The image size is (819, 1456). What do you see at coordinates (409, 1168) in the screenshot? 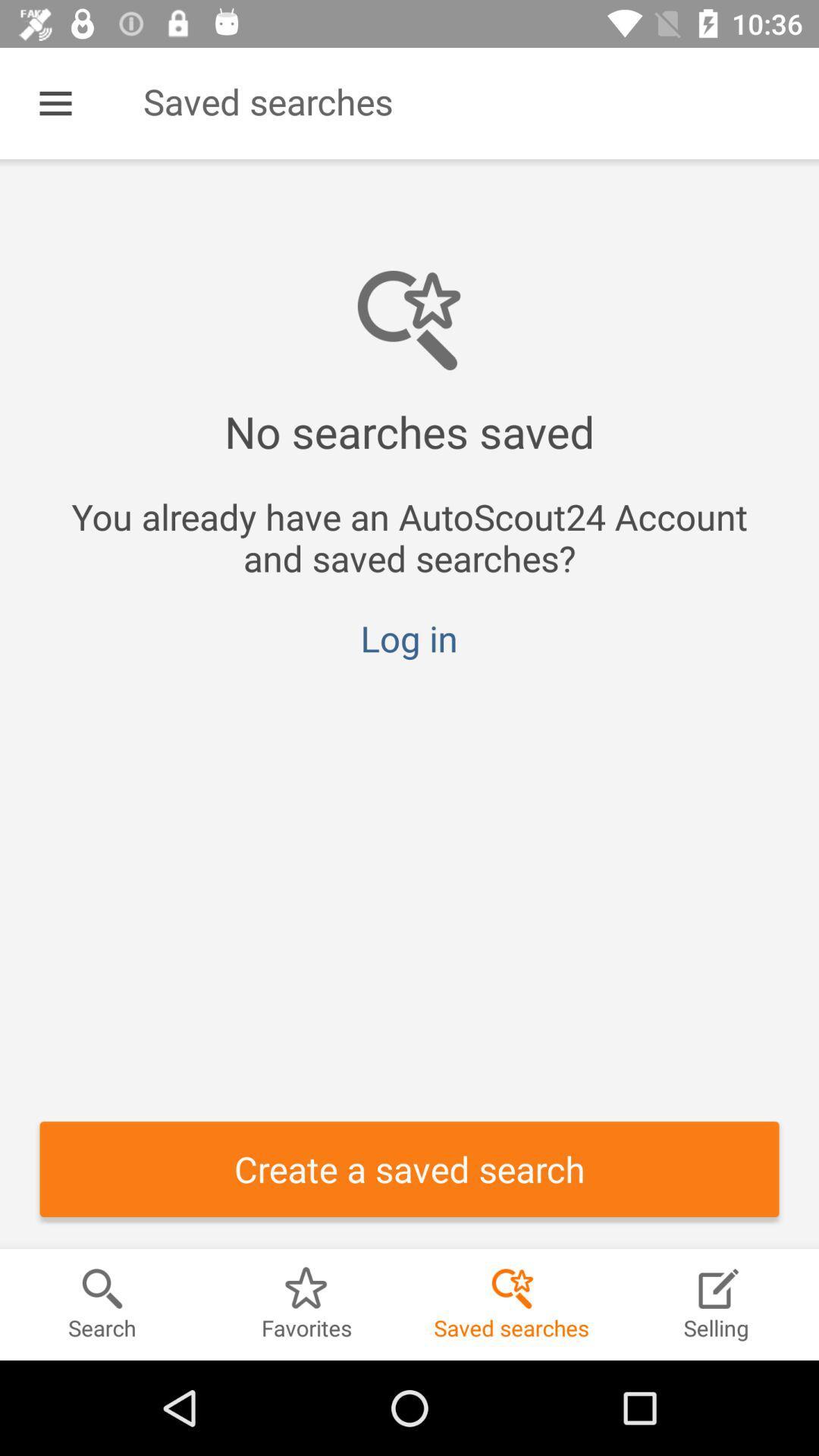
I see `the create a saved item` at bounding box center [409, 1168].